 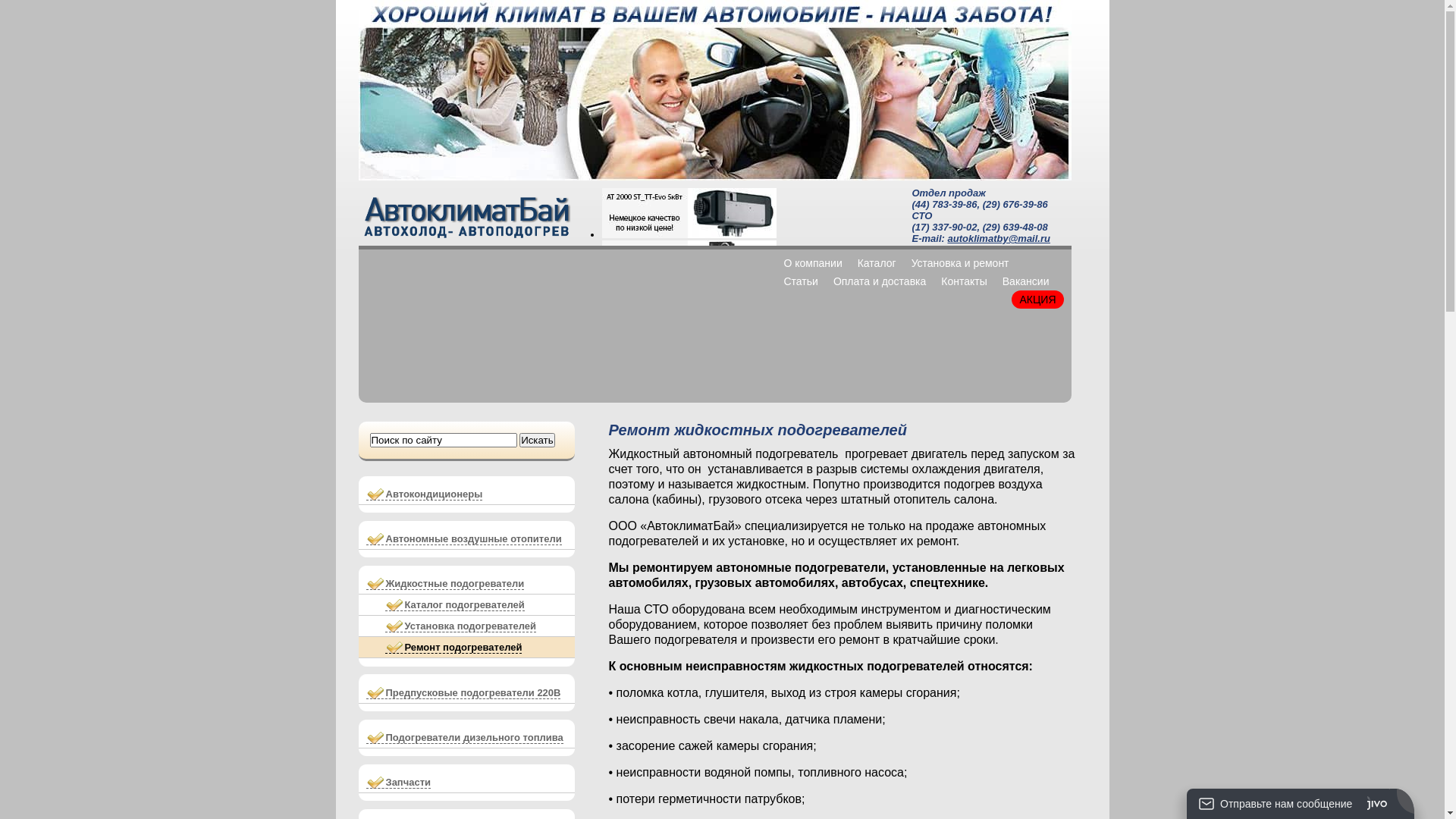 I want to click on 'autoklimatby@mail.ru', so click(x=998, y=238).